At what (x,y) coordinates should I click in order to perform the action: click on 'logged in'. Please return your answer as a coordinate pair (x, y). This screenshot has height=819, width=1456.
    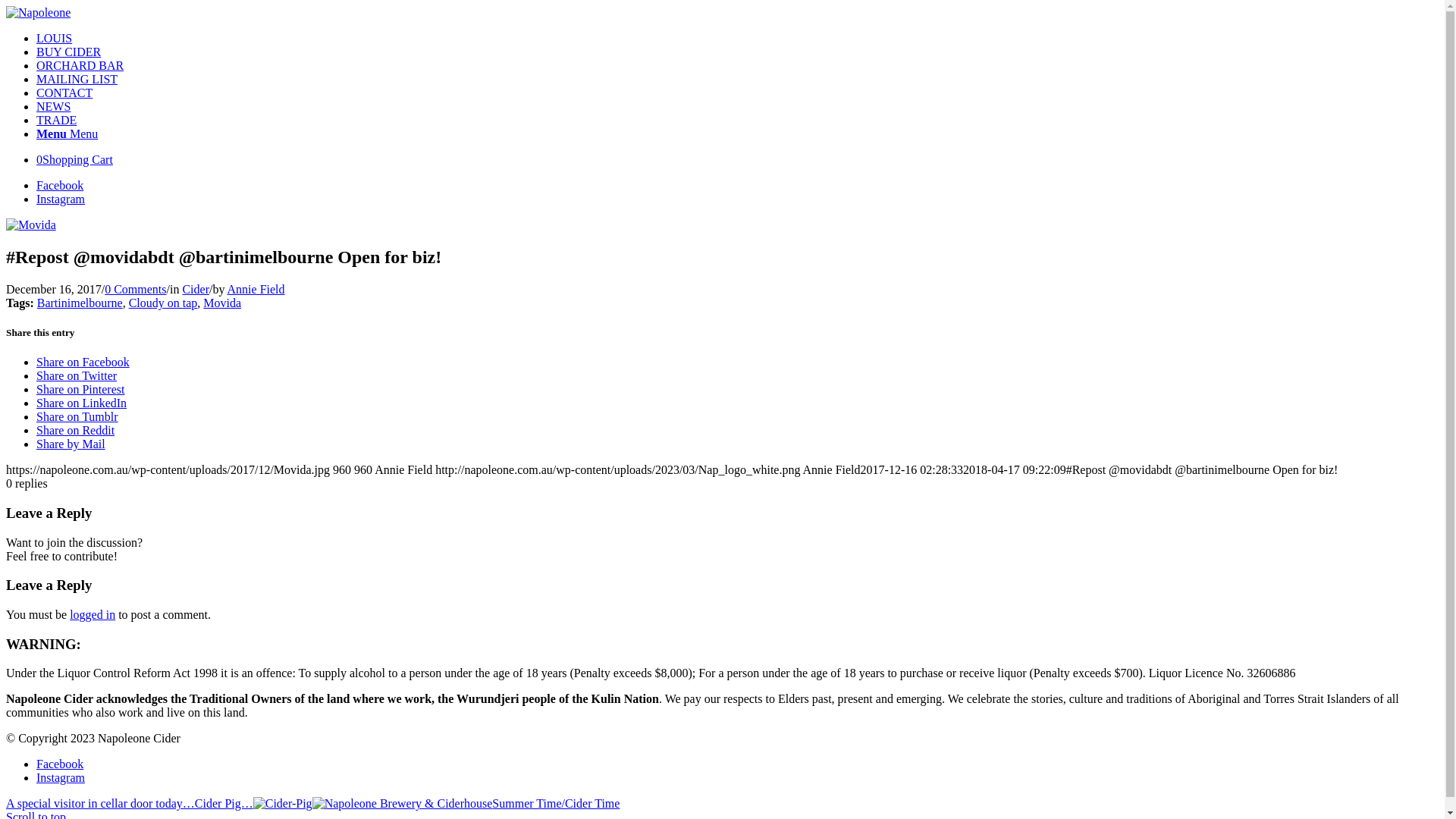
    Looking at the image, I should click on (91, 614).